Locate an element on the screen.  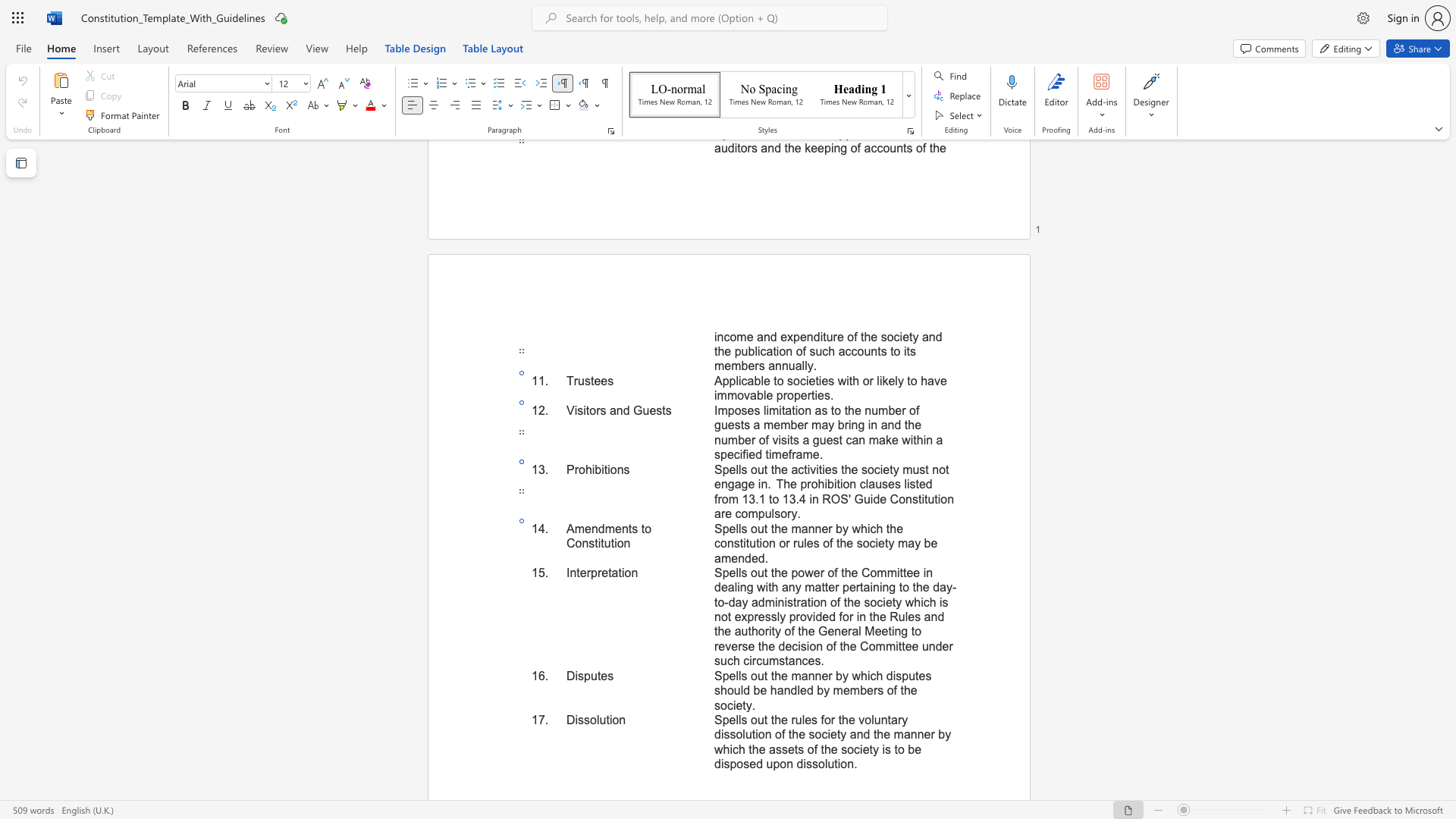
the 2th character "s" in the text is located at coordinates (591, 542).